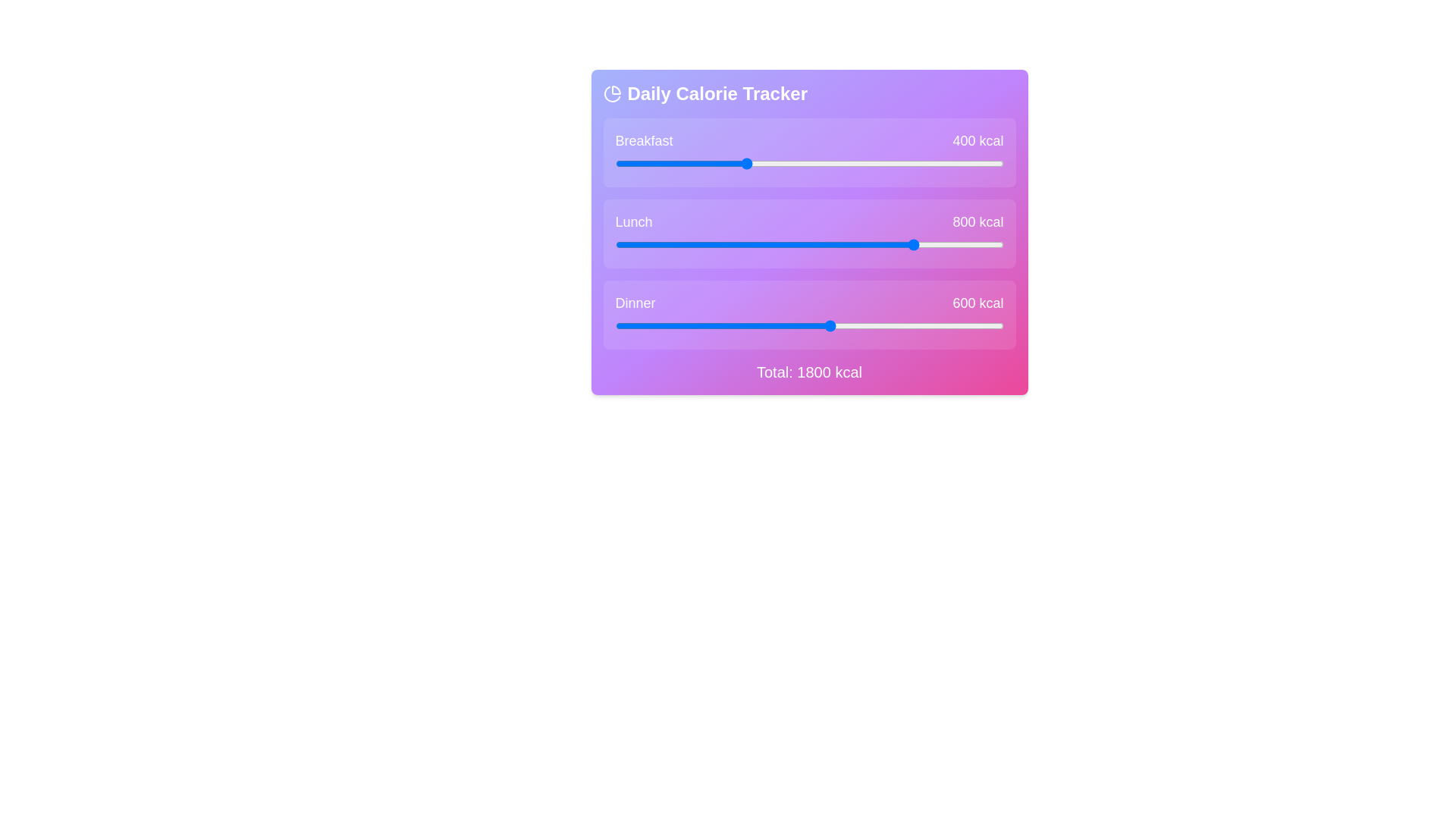 This screenshot has height=819, width=1456. Describe the element at coordinates (811, 164) in the screenshot. I see `the breakfast calorie value` at that location.